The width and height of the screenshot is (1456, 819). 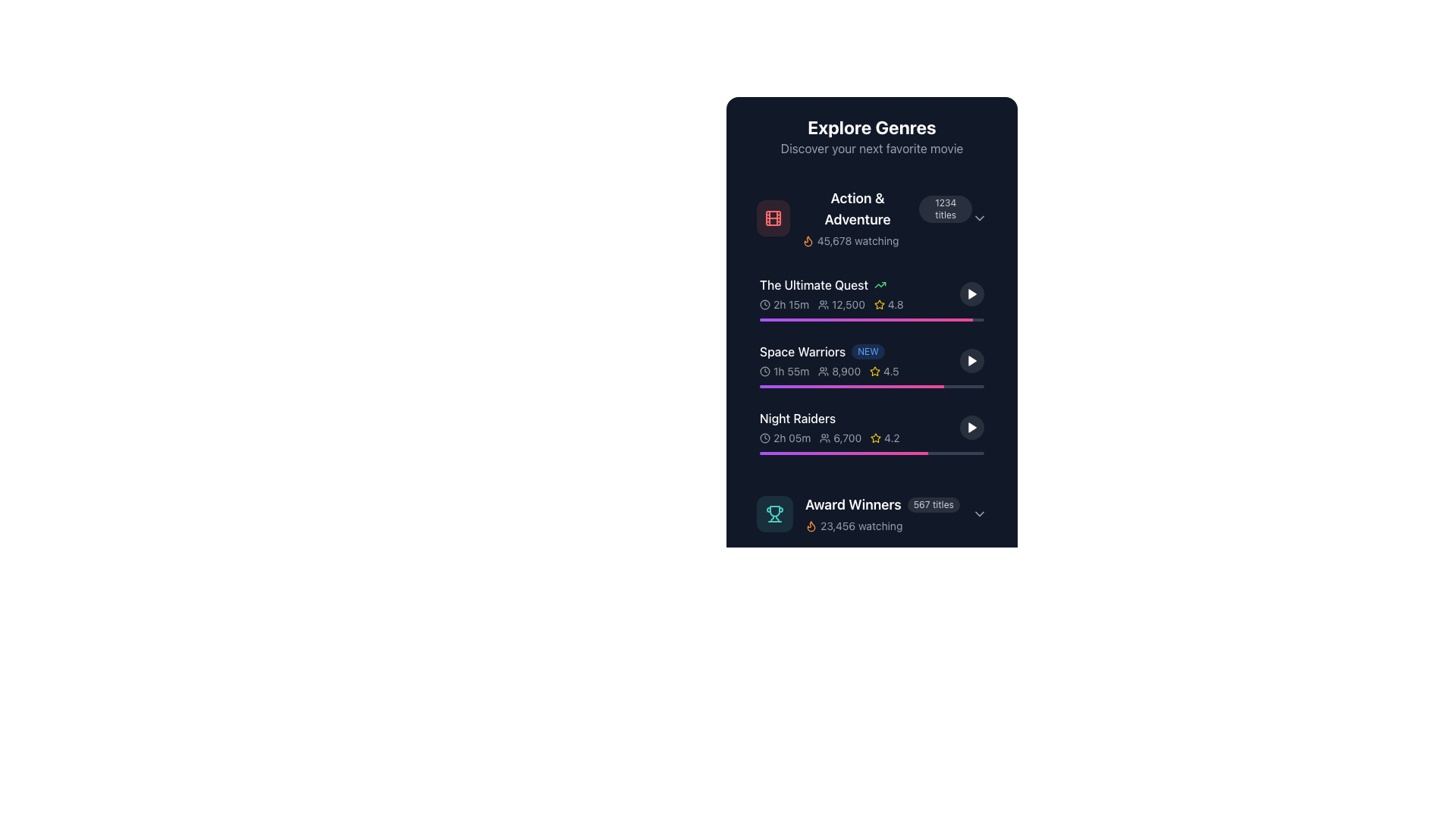 What do you see at coordinates (872, 513) in the screenshot?
I see `the 'Award Winners' interactive card located at the bottom of the 'Explore Genres' section` at bounding box center [872, 513].